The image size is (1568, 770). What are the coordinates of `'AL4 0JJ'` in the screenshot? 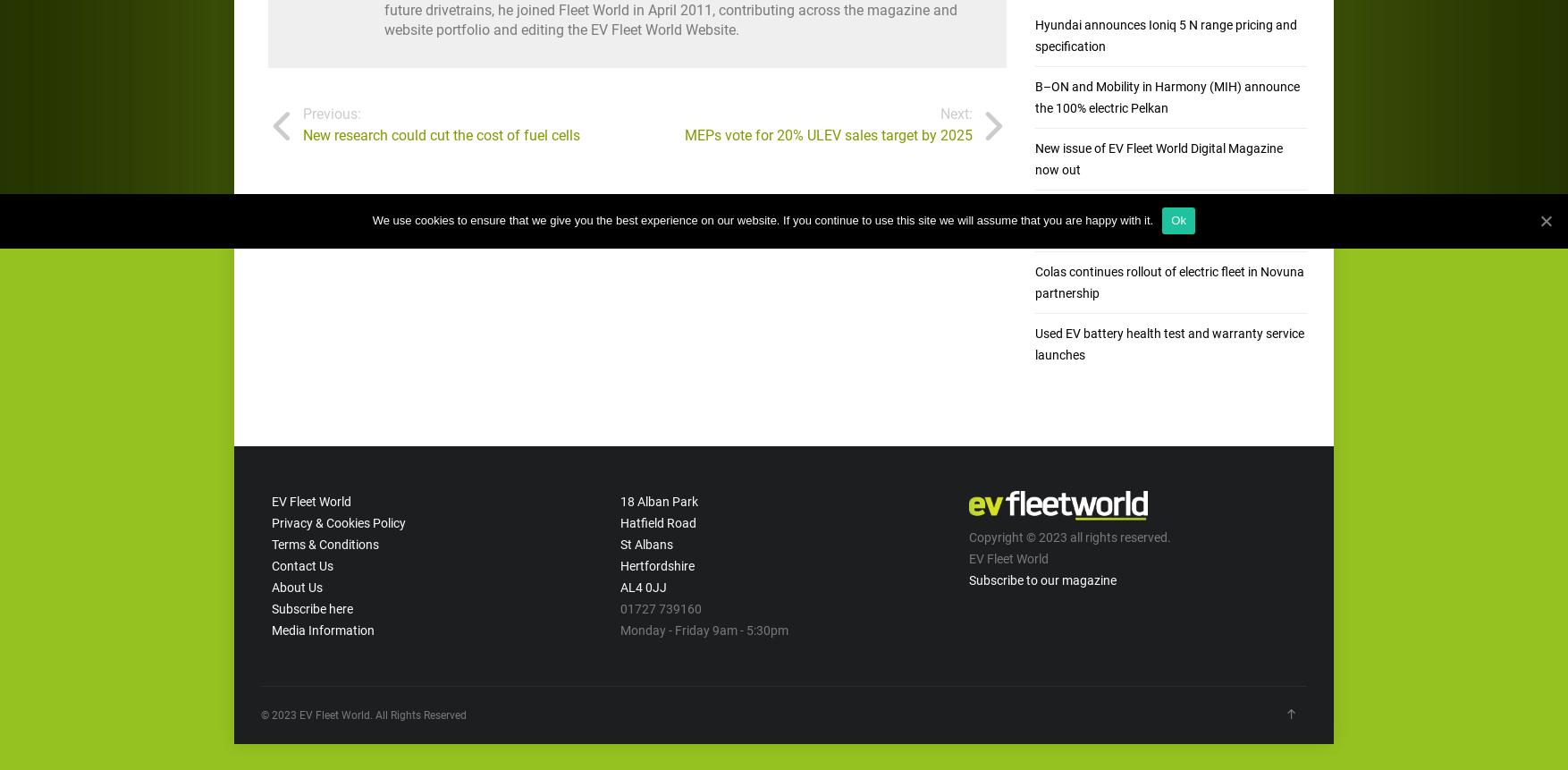 It's located at (642, 586).